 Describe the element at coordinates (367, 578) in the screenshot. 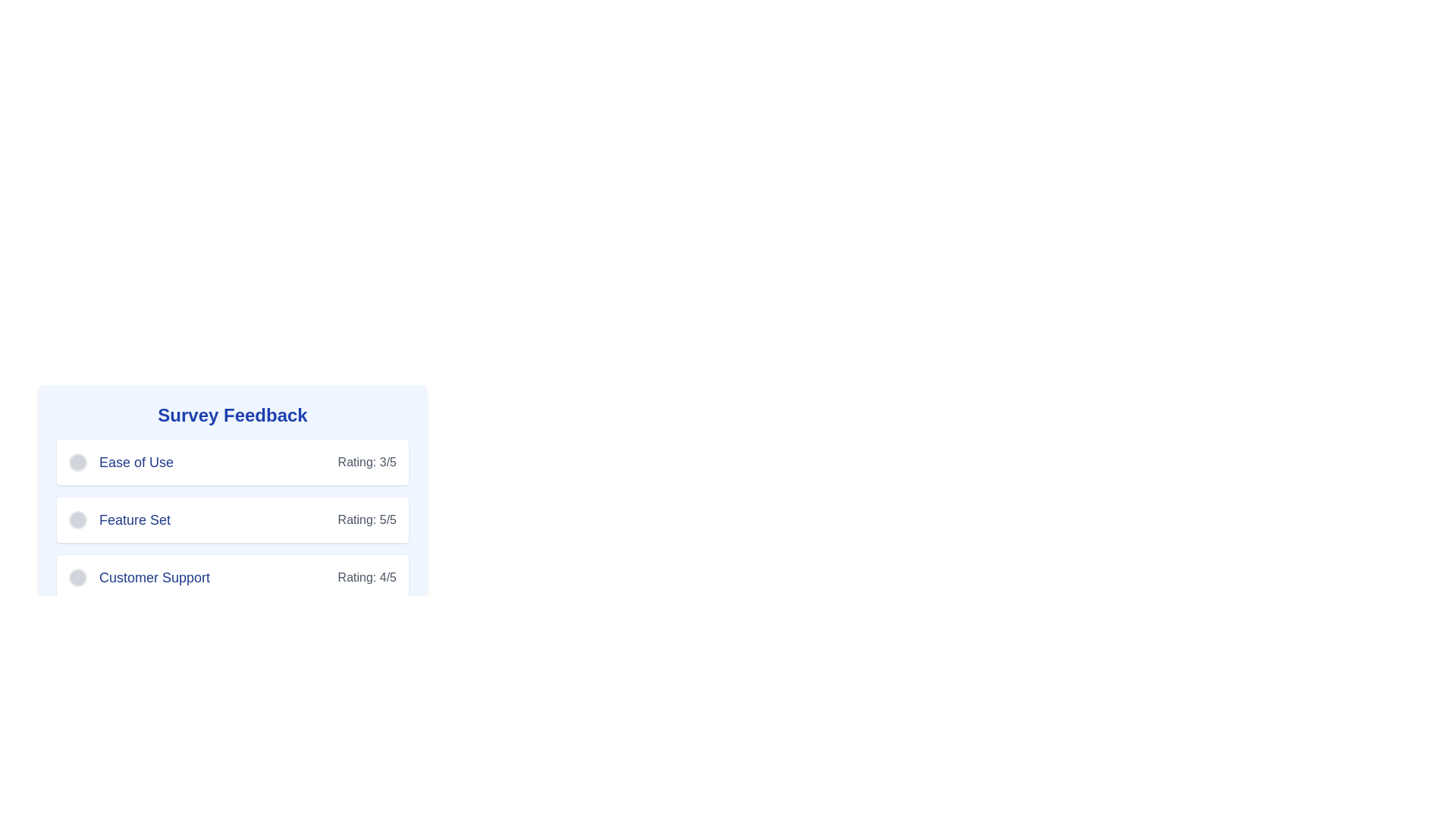

I see `the Text Label that displays the rating score for 'Customer Support', located on the right-hand side below the text 'Customer Support'` at that location.